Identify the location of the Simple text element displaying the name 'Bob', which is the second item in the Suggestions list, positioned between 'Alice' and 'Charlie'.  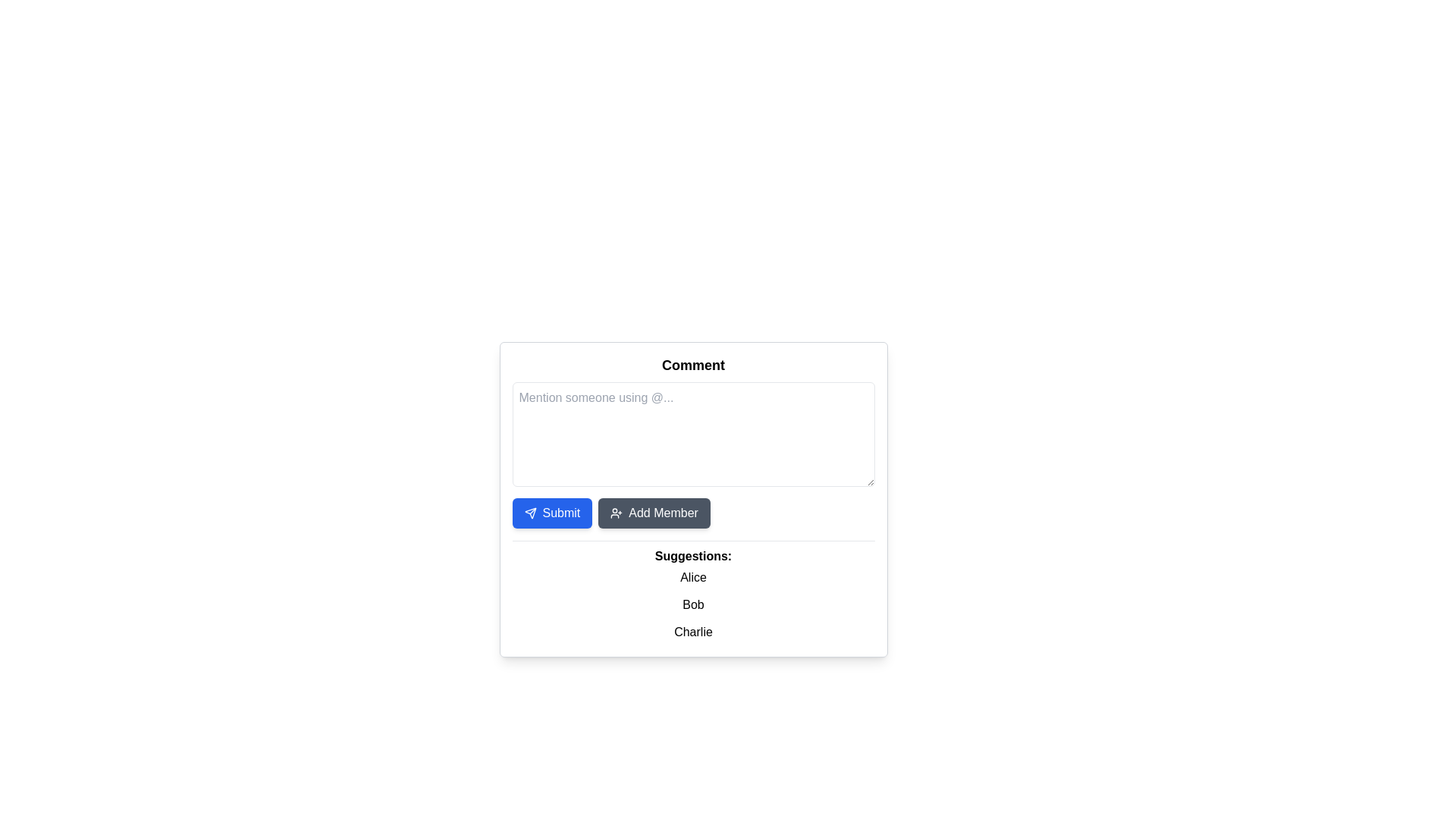
(692, 604).